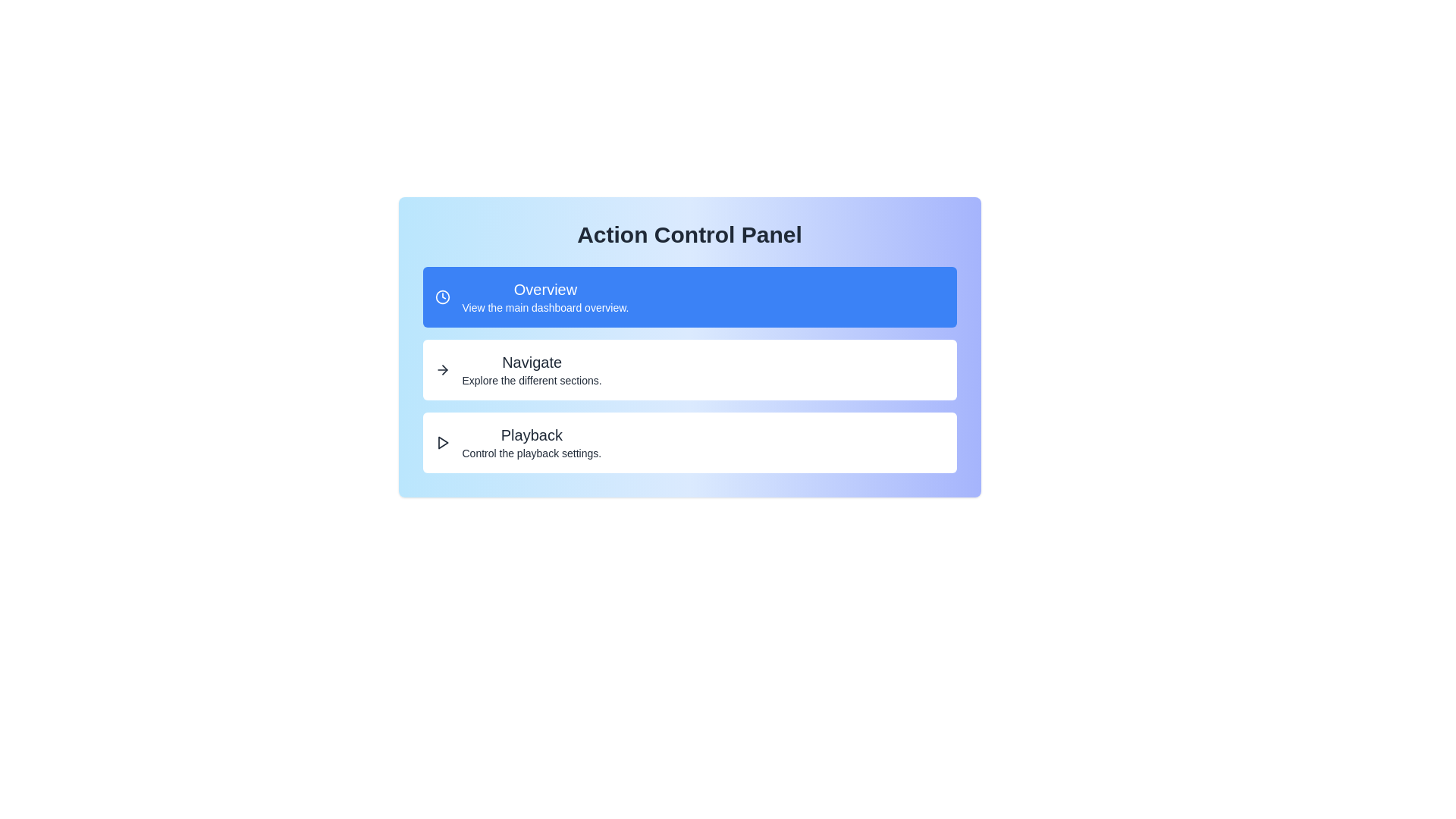 The image size is (1456, 819). I want to click on the static text titled 'Overview' which serves as the title for the first option in the 'Action Control Panel', so click(545, 289).